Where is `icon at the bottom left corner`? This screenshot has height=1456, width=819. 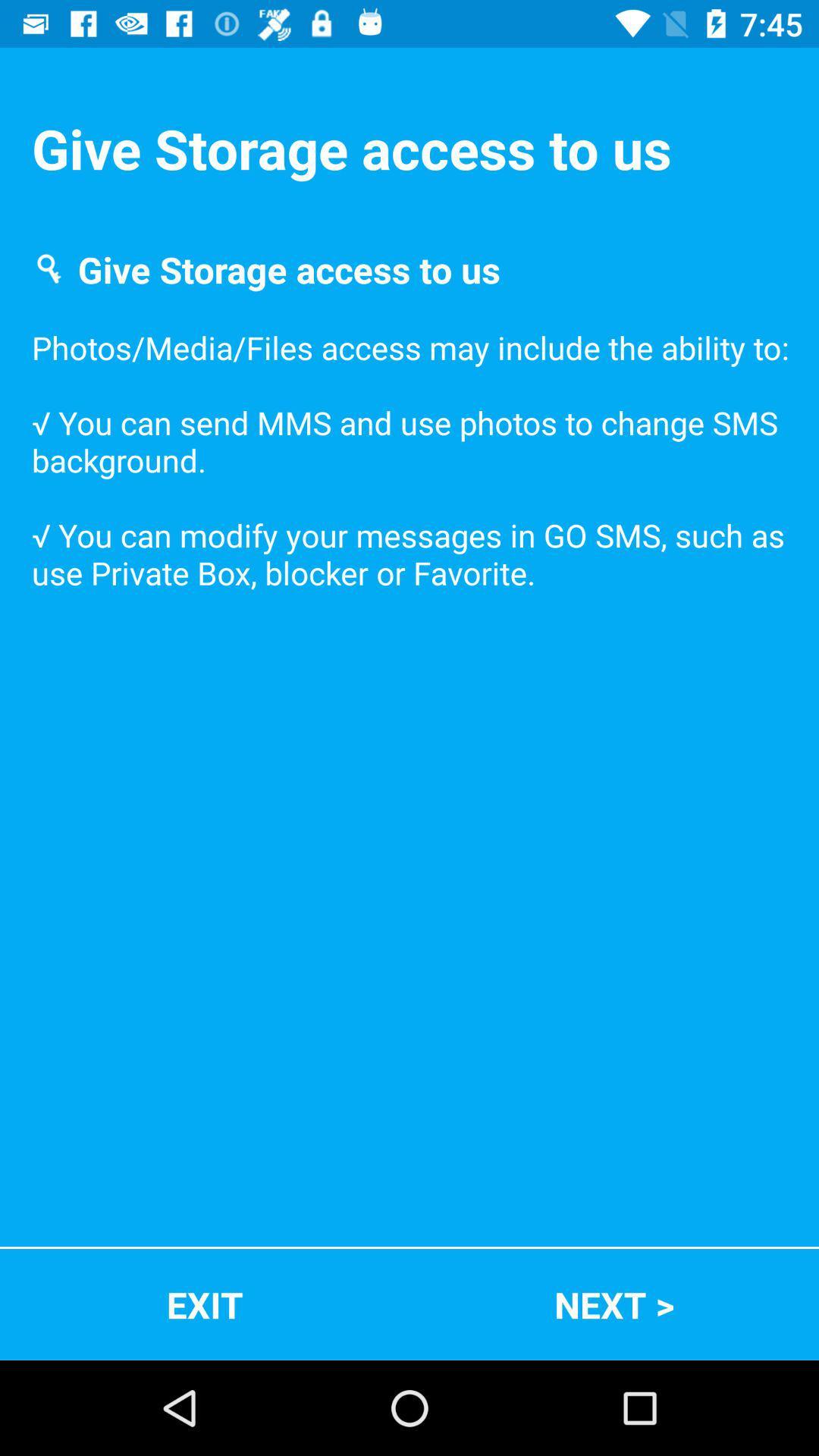
icon at the bottom left corner is located at coordinates (205, 1304).